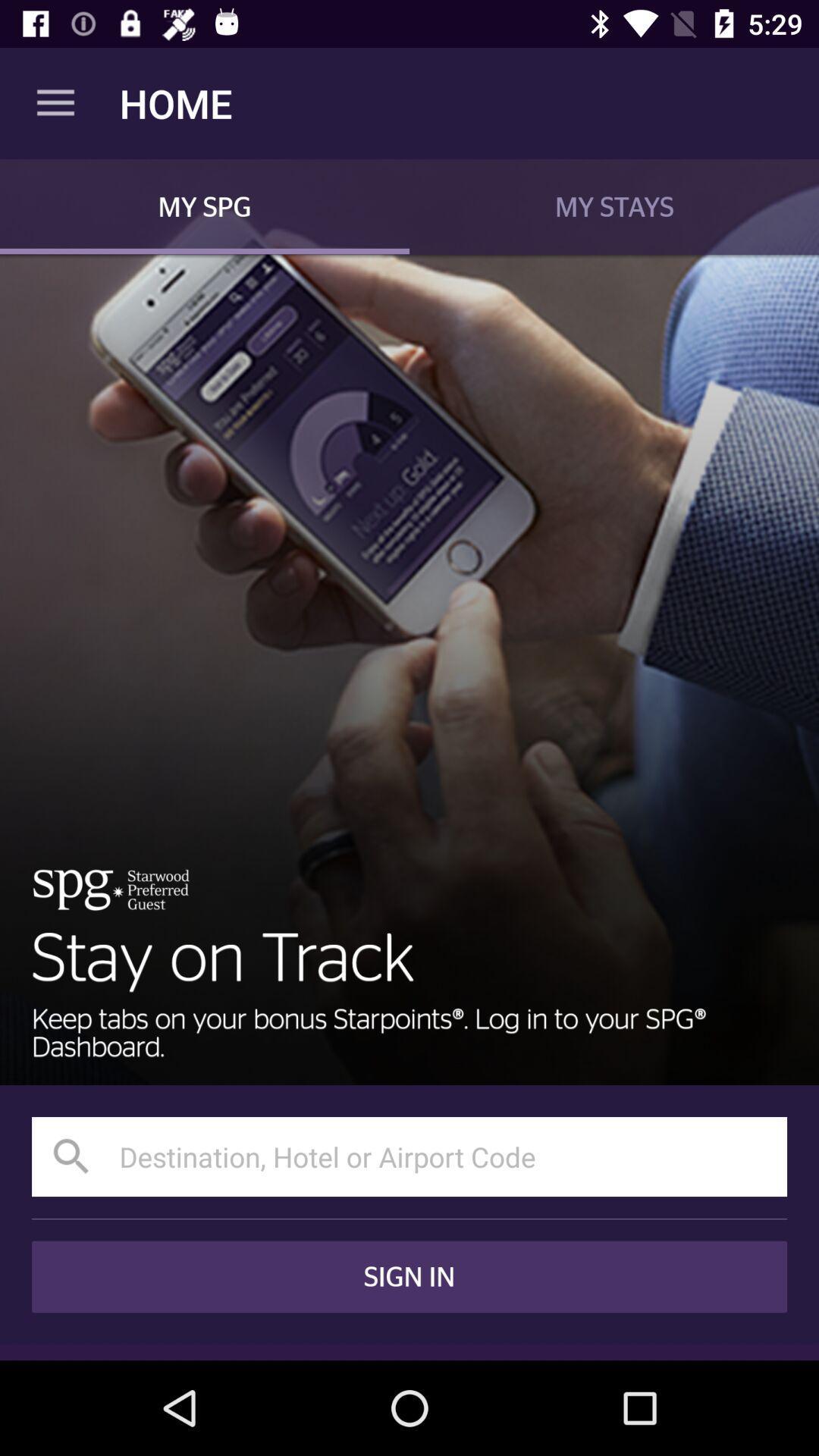  Describe the element at coordinates (614, 206) in the screenshot. I see `the icon at the top right corner` at that location.